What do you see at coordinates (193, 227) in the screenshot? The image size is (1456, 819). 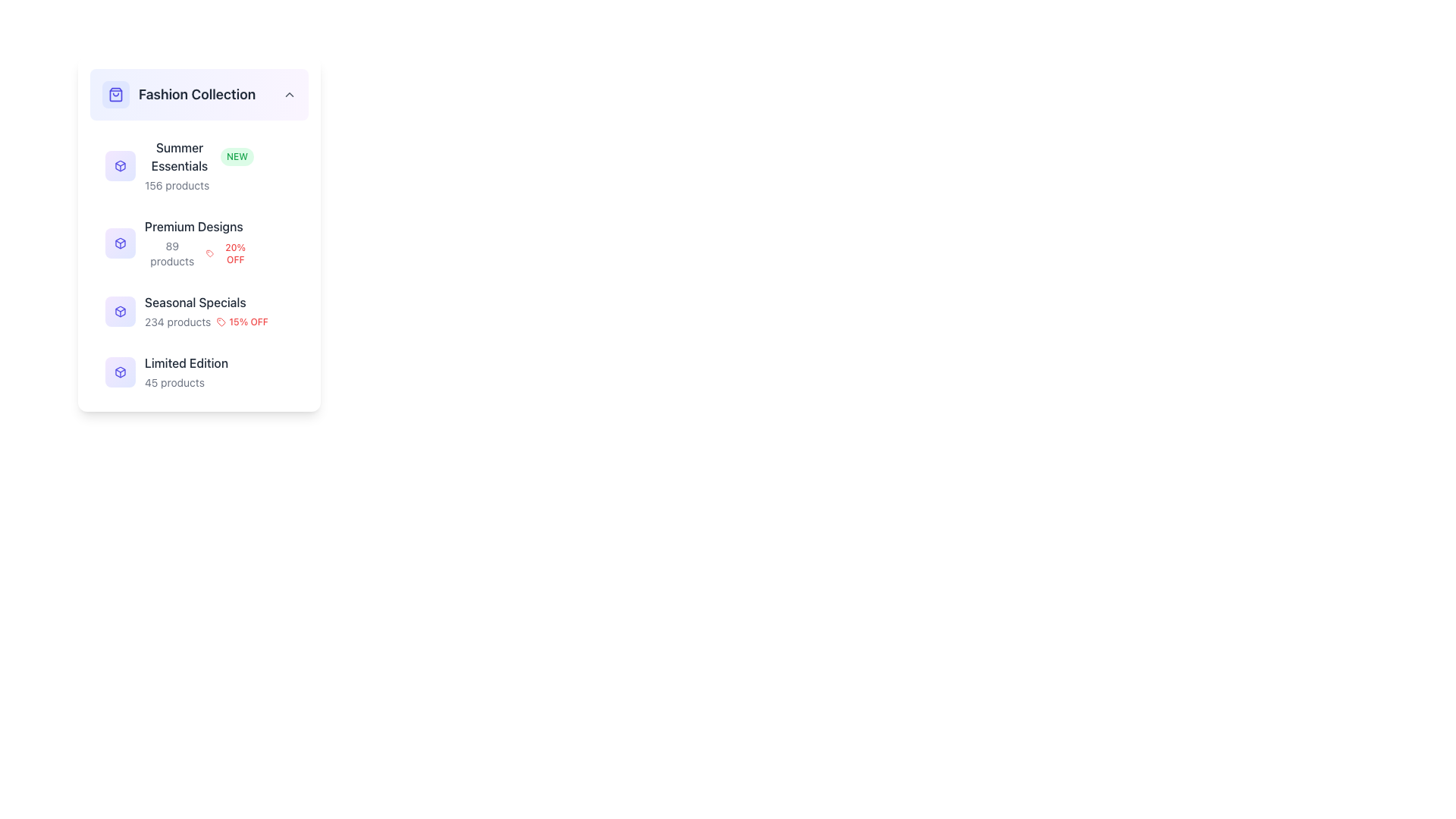 I see `the 'Premium Designs' text label in the vertical sidebar menu, which is positioned under 'Summer Essentials' and above 'Seasonal Specials' in the 'Fashion Collection' group` at bounding box center [193, 227].